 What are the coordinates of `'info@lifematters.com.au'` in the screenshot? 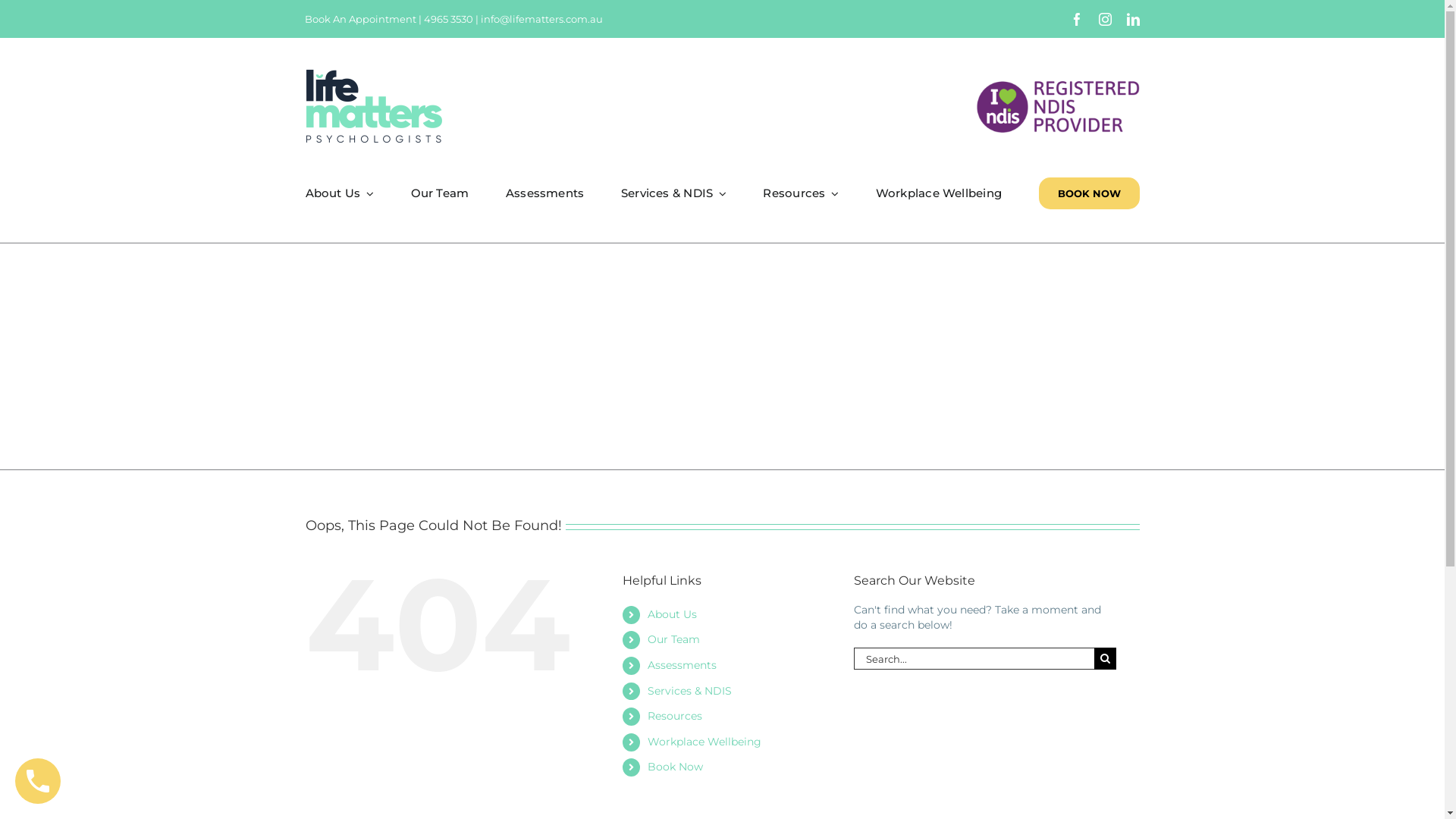 It's located at (541, 18).